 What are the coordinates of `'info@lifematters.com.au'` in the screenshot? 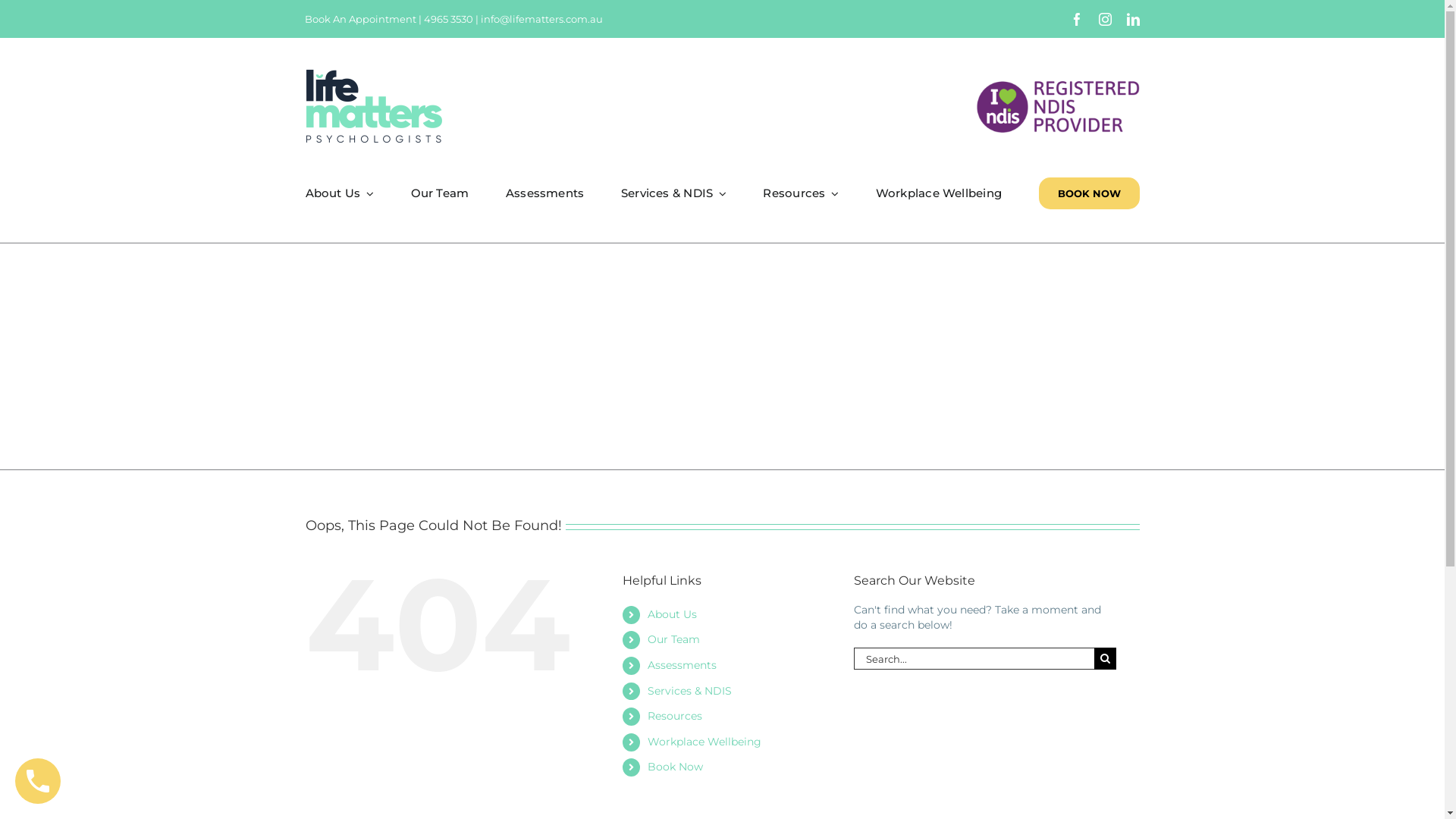 It's located at (541, 18).